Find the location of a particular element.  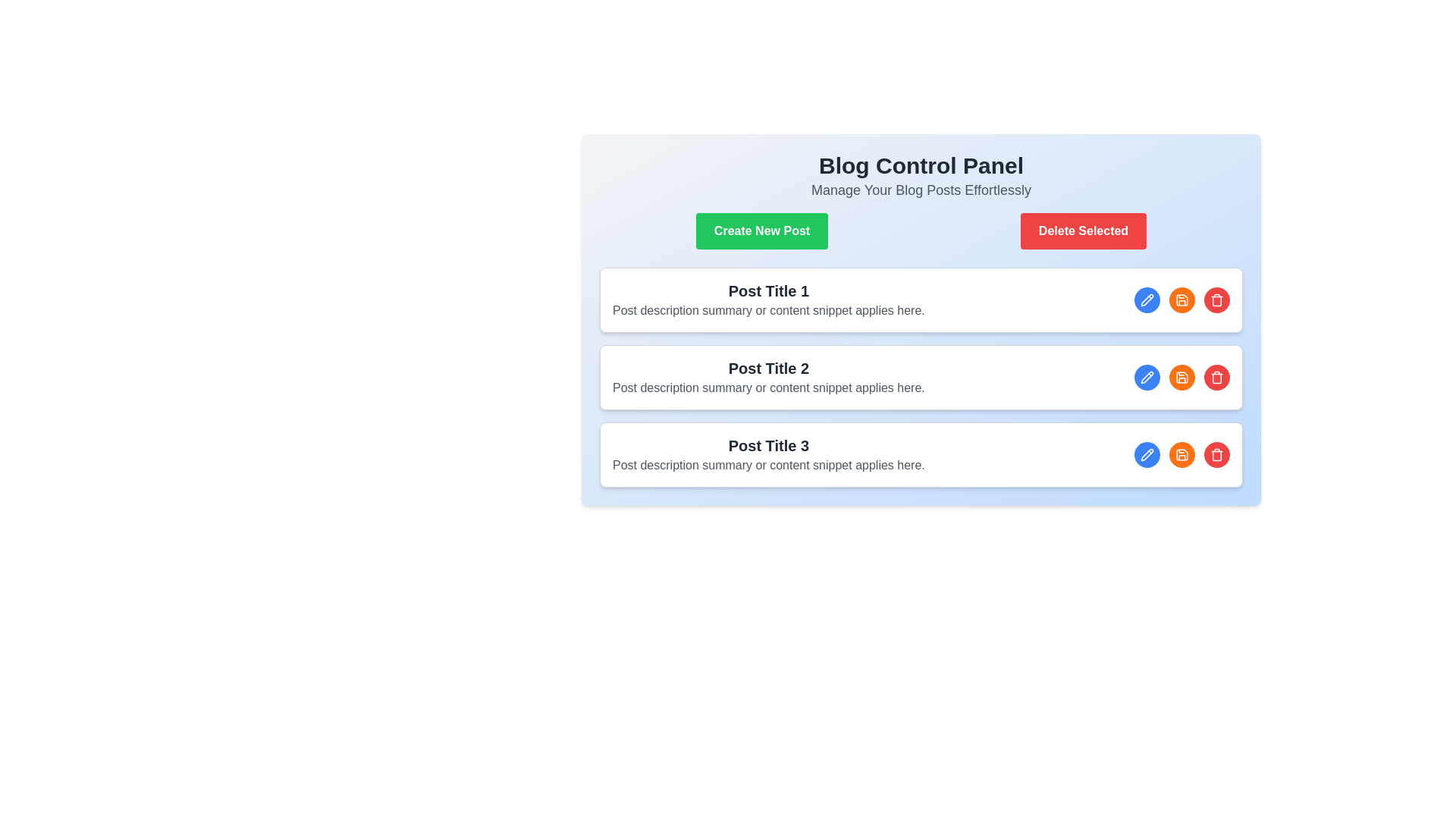

the circular orange save button with a white save icon, which is the second button from the left in the row of buttons associated with 'Post Title 2' is located at coordinates (1181, 376).